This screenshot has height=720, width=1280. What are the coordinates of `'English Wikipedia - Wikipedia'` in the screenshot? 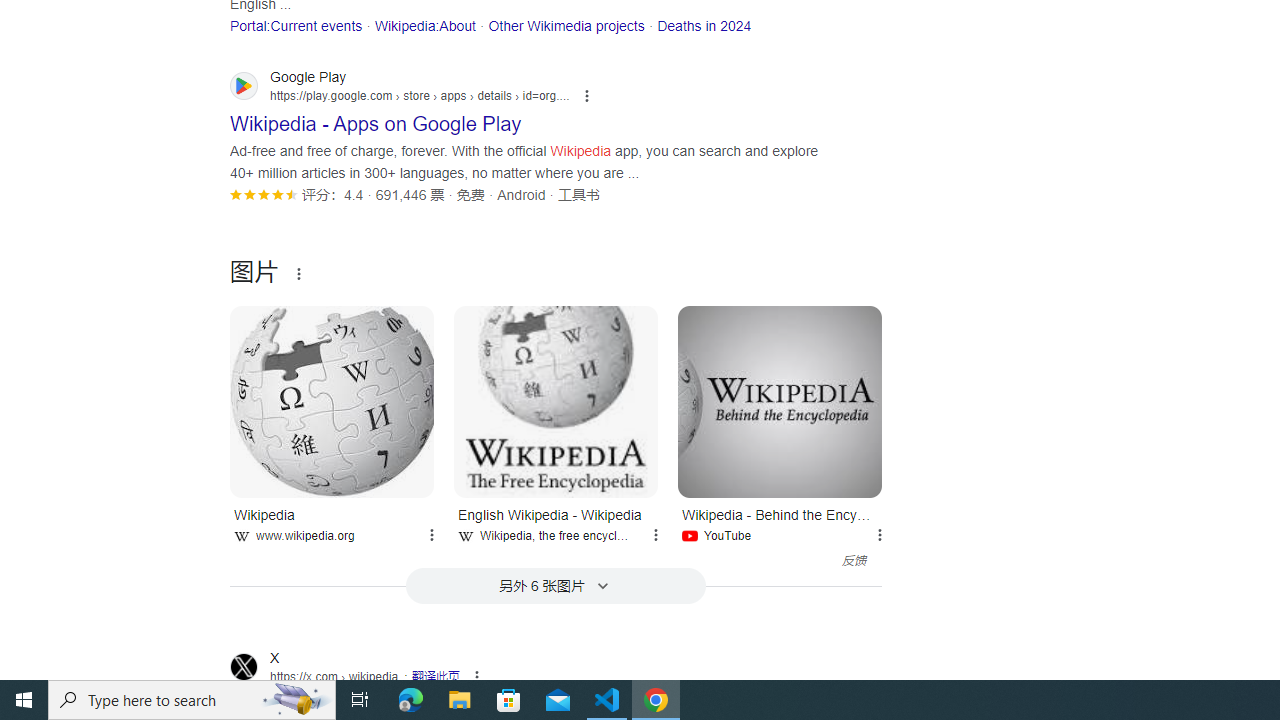 It's located at (556, 401).